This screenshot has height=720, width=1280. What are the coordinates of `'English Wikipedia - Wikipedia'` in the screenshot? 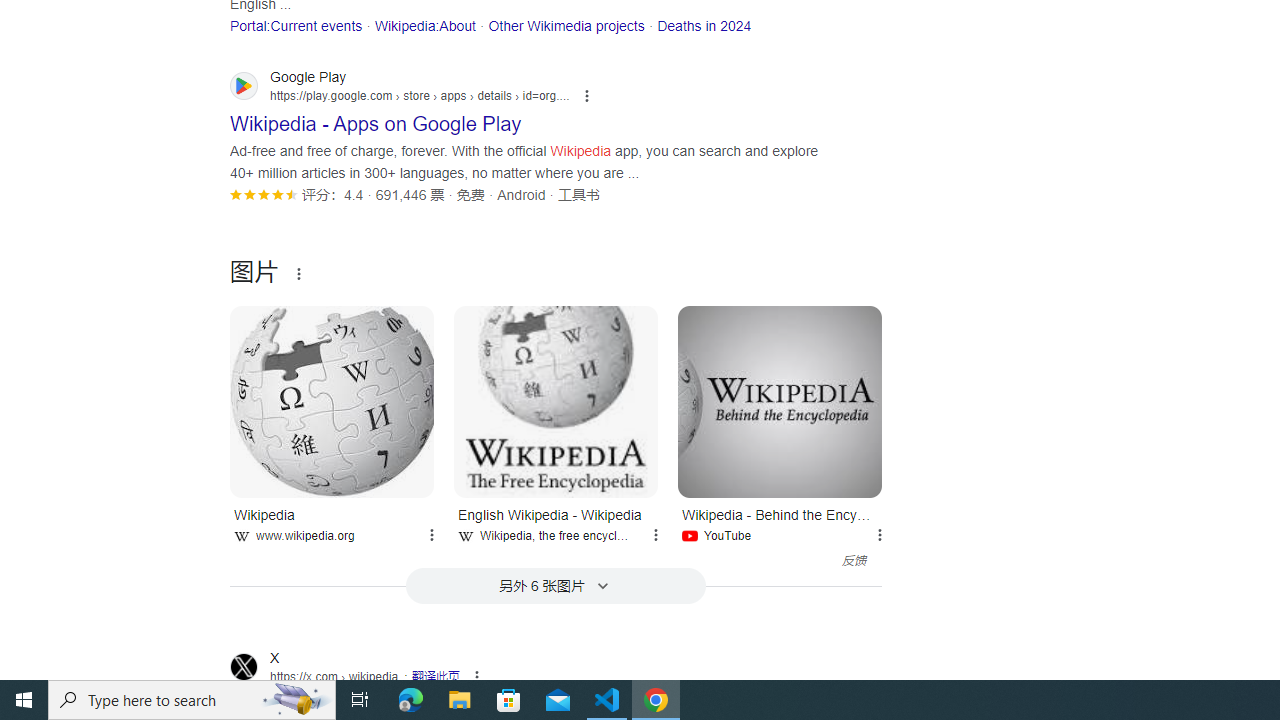 It's located at (556, 401).